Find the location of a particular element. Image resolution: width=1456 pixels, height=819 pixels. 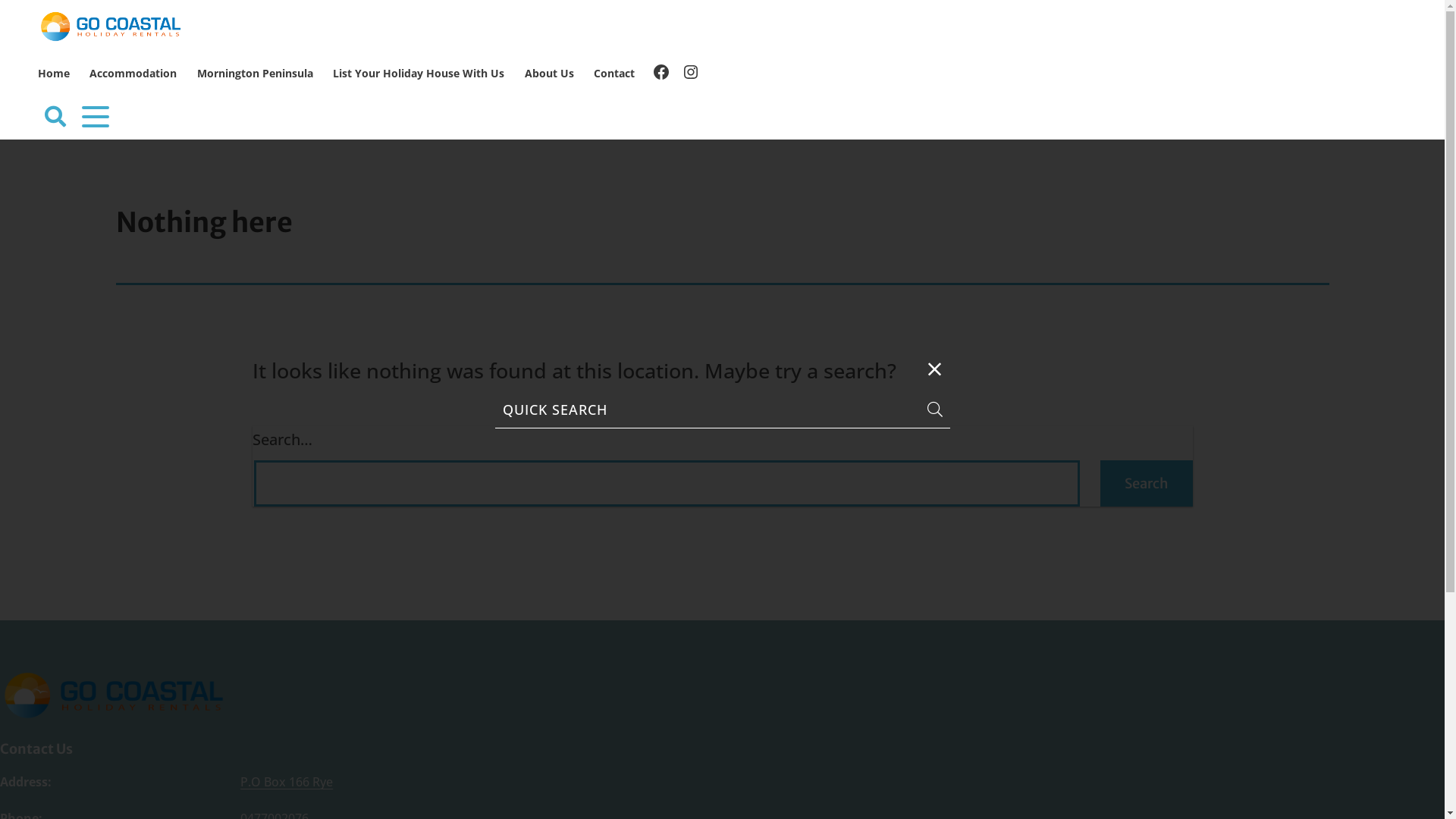

'Instagram' is located at coordinates (690, 73).